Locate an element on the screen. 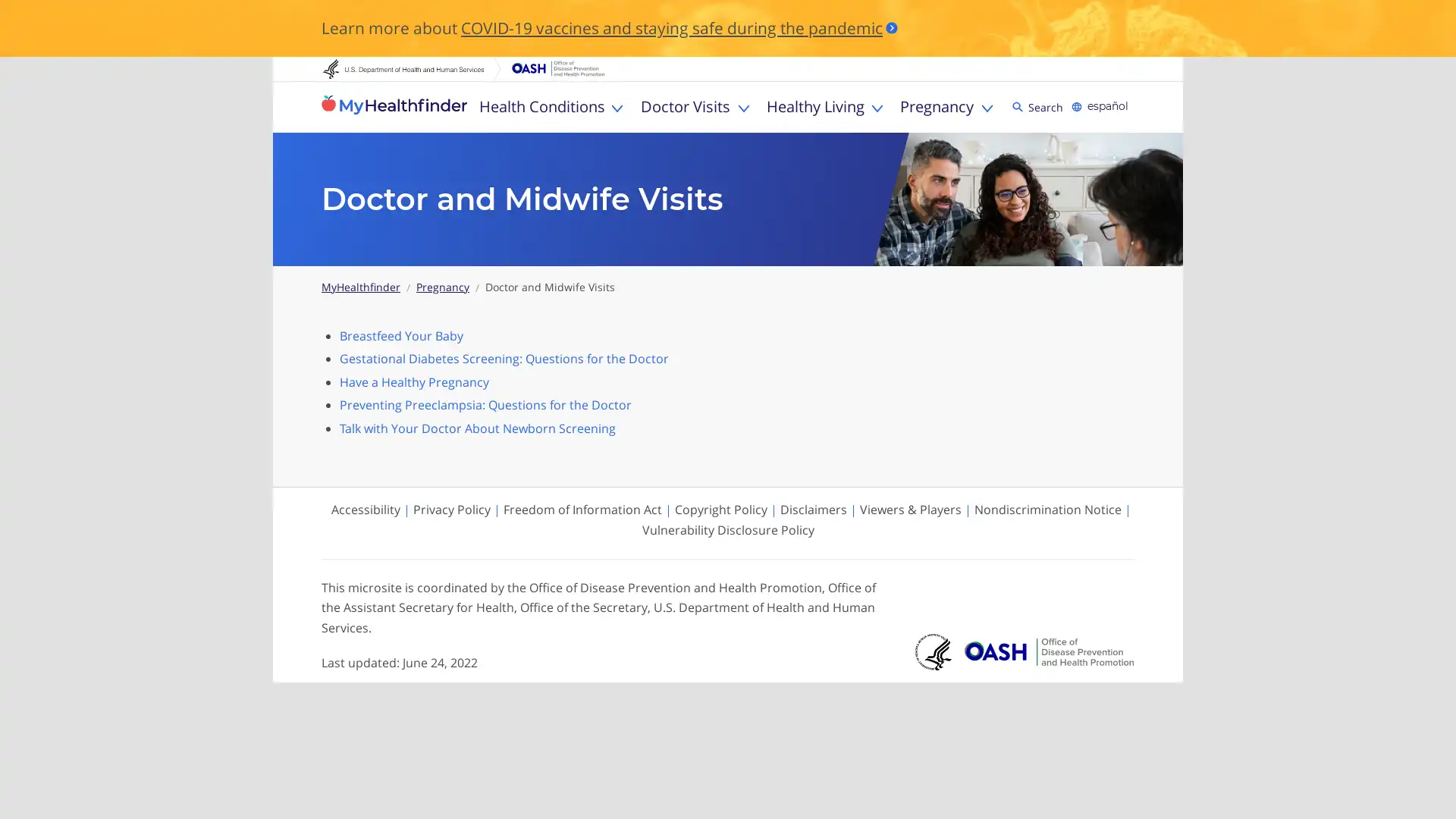 The height and width of the screenshot is (819, 1456). Toggle Health Conditions sub menu is located at coordinates (617, 106).